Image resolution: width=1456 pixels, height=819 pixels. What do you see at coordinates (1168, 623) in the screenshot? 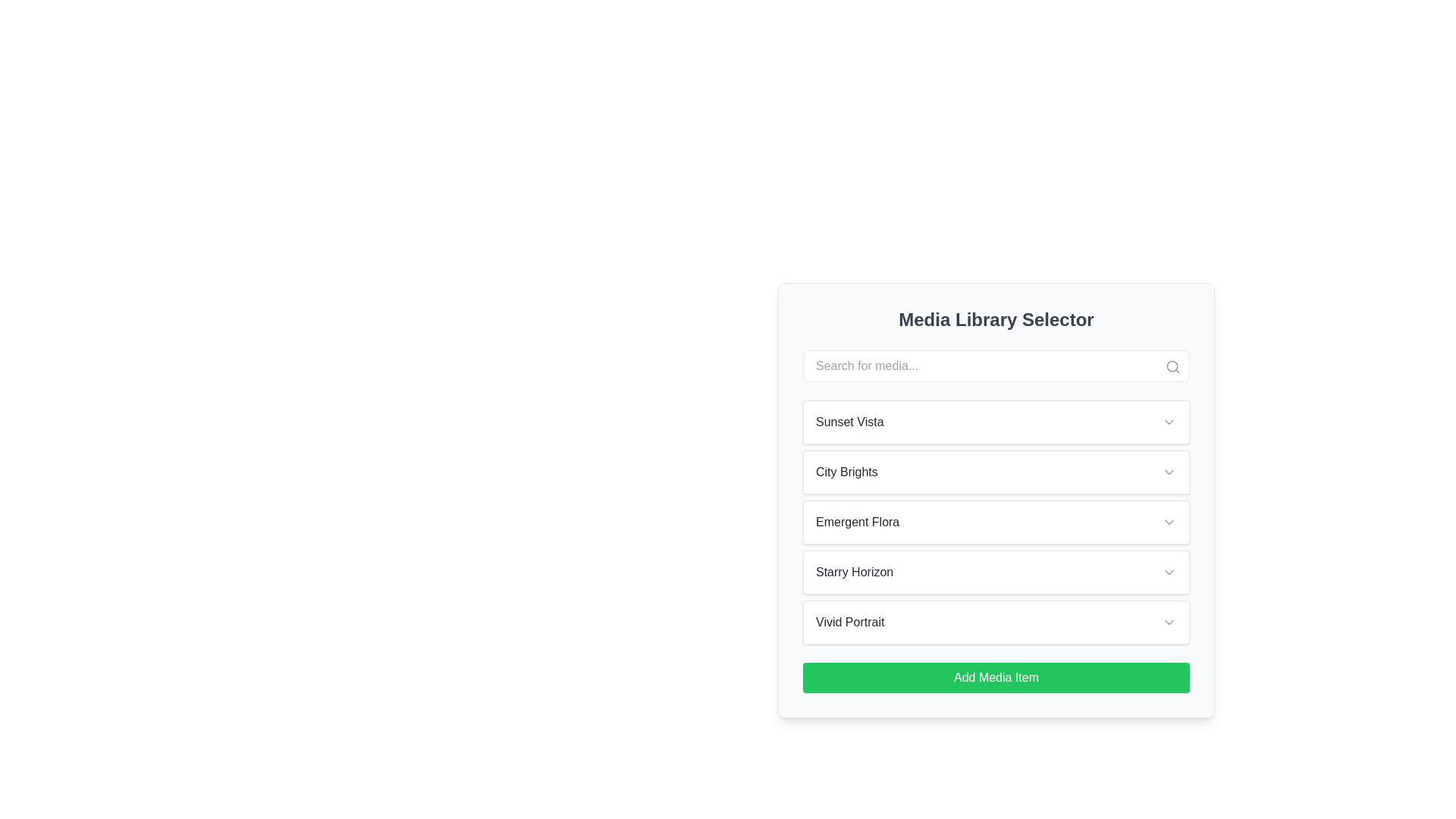
I see `the dropdown arrow icon next to 'Vivid Portrait'` at bounding box center [1168, 623].